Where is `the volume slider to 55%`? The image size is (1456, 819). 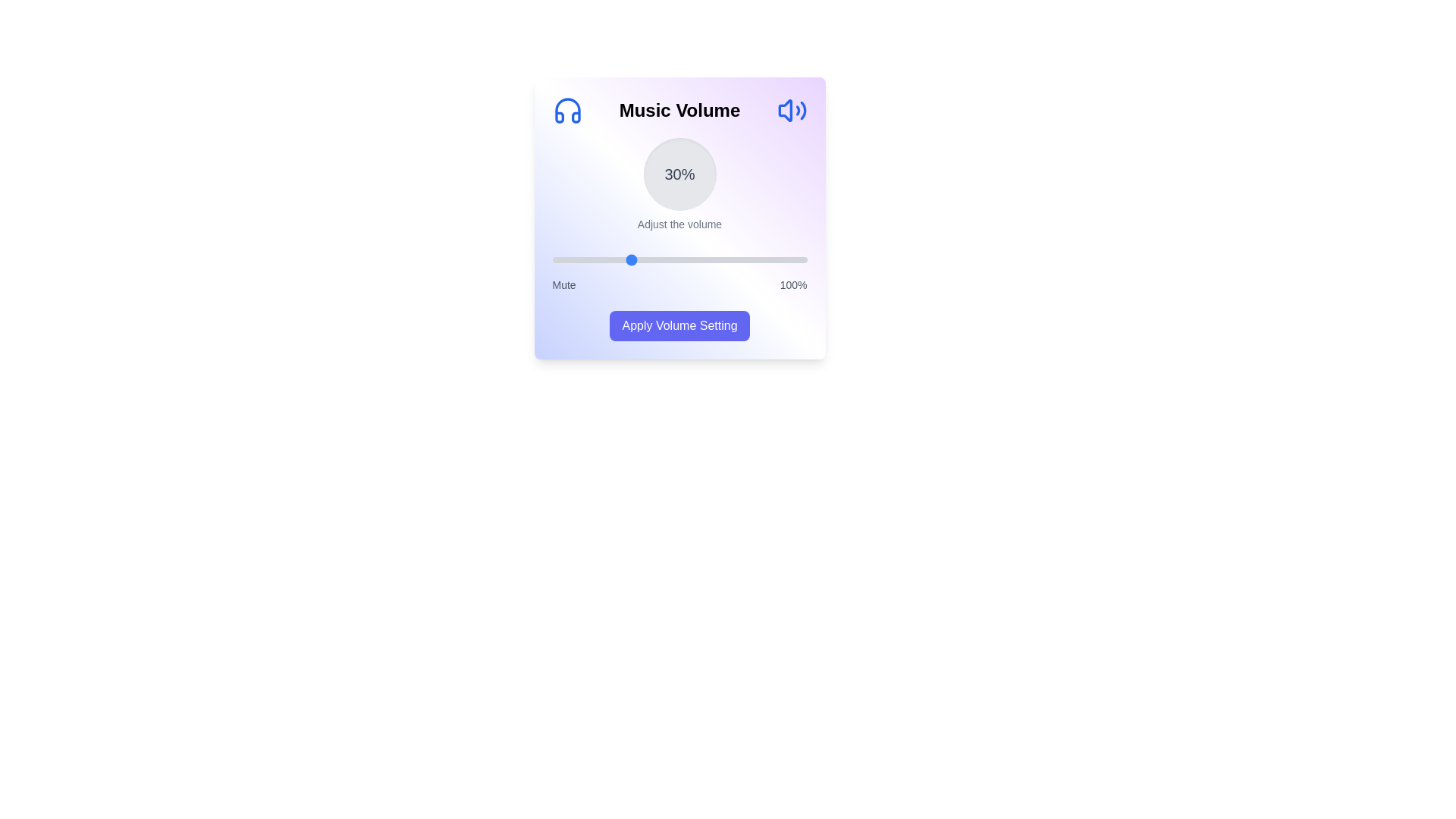 the volume slider to 55% is located at coordinates (692, 259).